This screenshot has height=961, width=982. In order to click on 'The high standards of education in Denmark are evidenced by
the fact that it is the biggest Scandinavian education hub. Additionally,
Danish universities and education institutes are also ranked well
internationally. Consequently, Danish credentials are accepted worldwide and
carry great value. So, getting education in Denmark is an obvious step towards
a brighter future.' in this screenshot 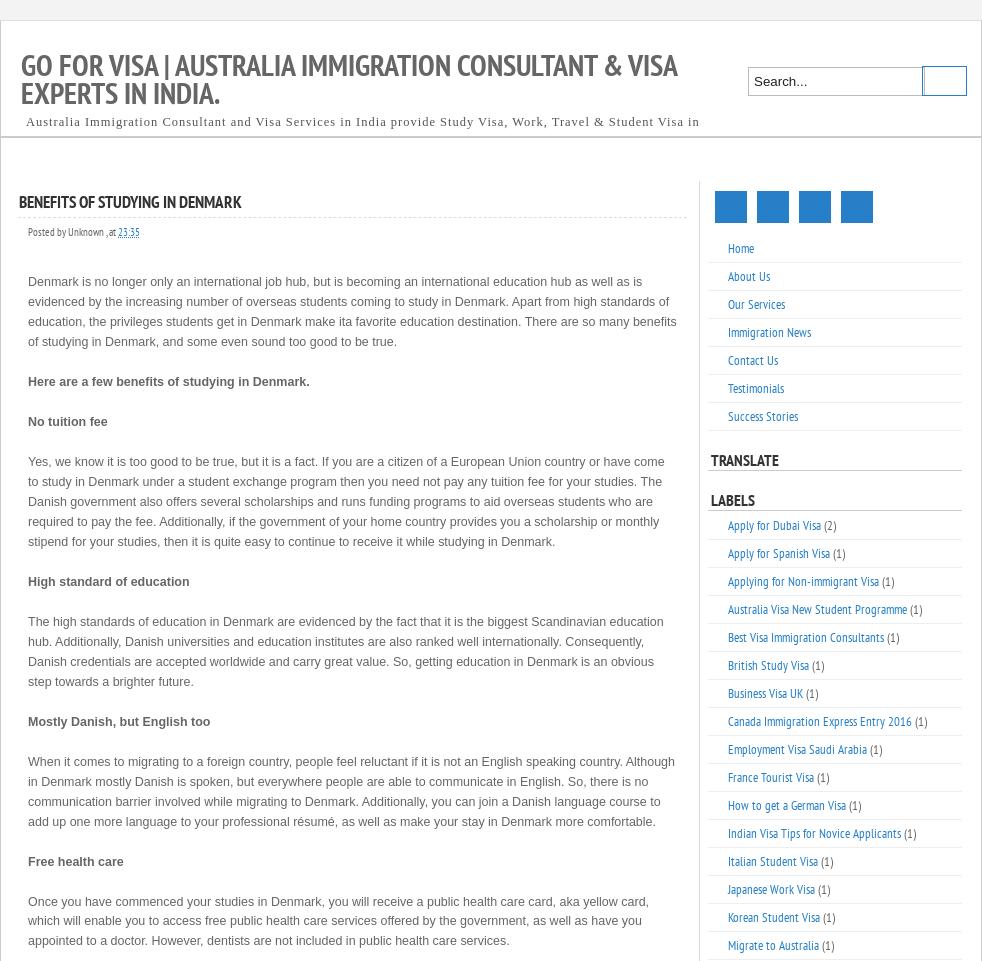, I will do `click(345, 649)`.